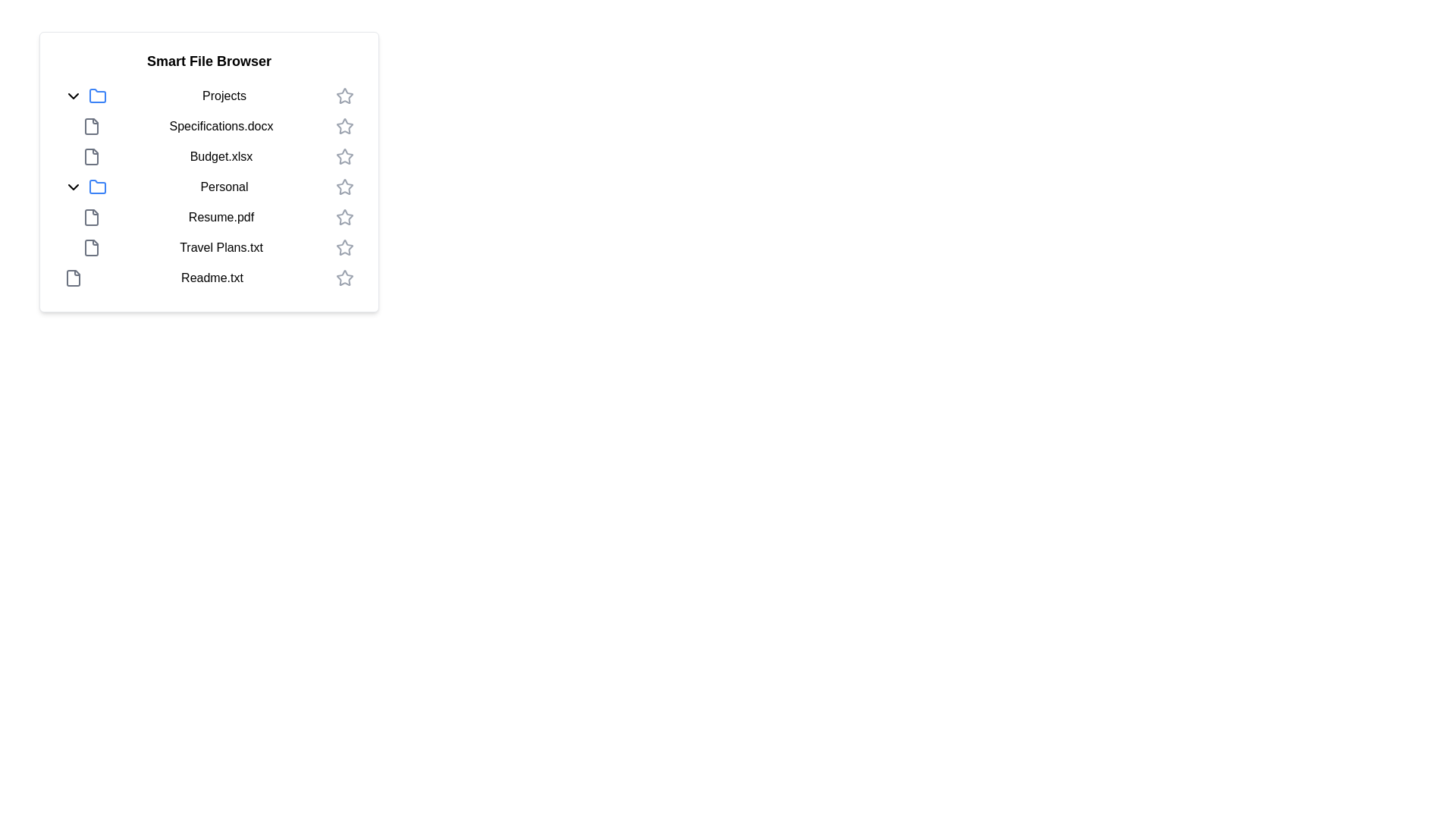 This screenshot has width=1456, height=819. I want to click on the document file icon with a fold in the top-right corner, which is next, so click(90, 247).